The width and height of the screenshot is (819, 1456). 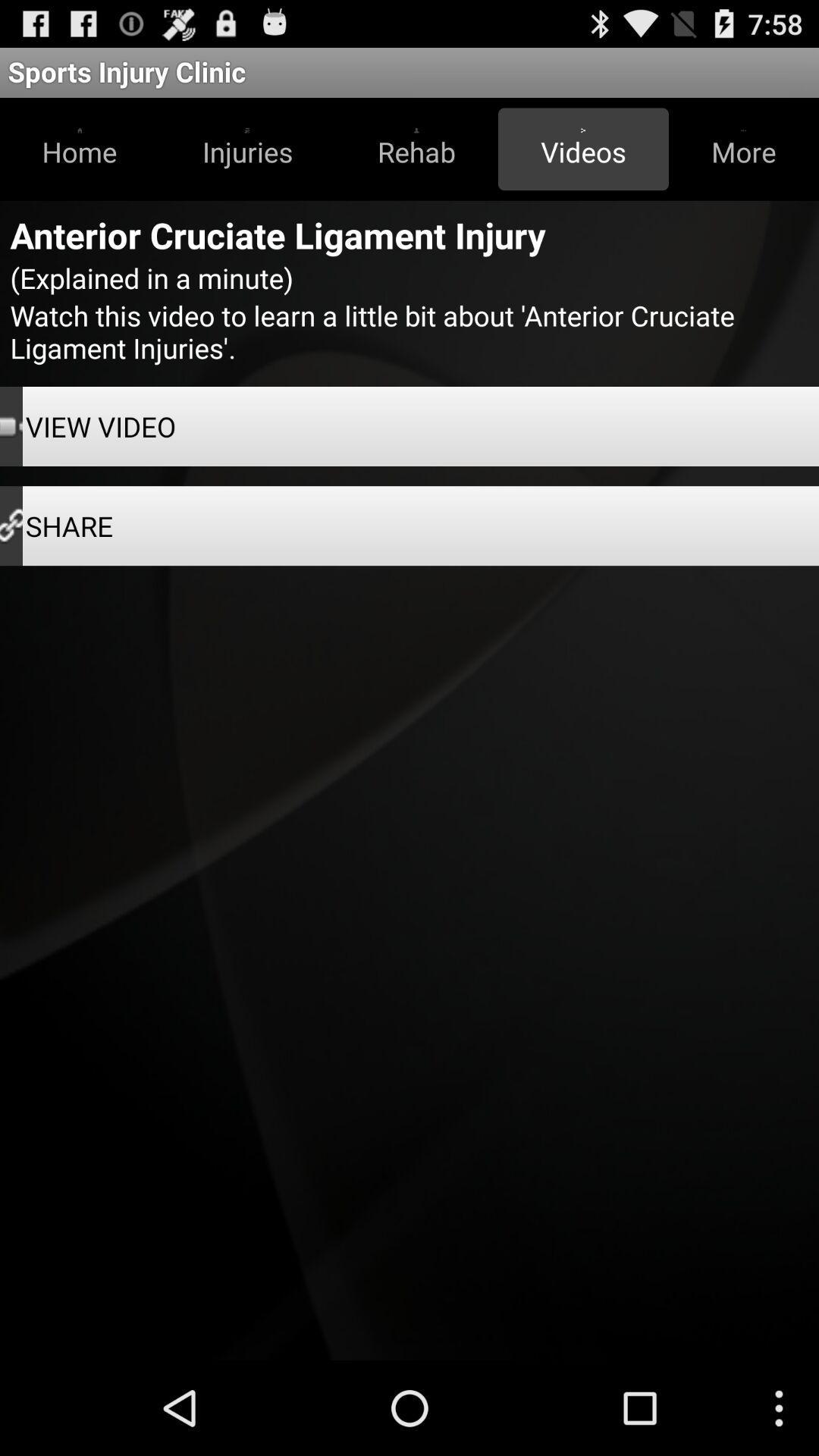 What do you see at coordinates (80, 149) in the screenshot?
I see `the icon next to injuries button` at bounding box center [80, 149].